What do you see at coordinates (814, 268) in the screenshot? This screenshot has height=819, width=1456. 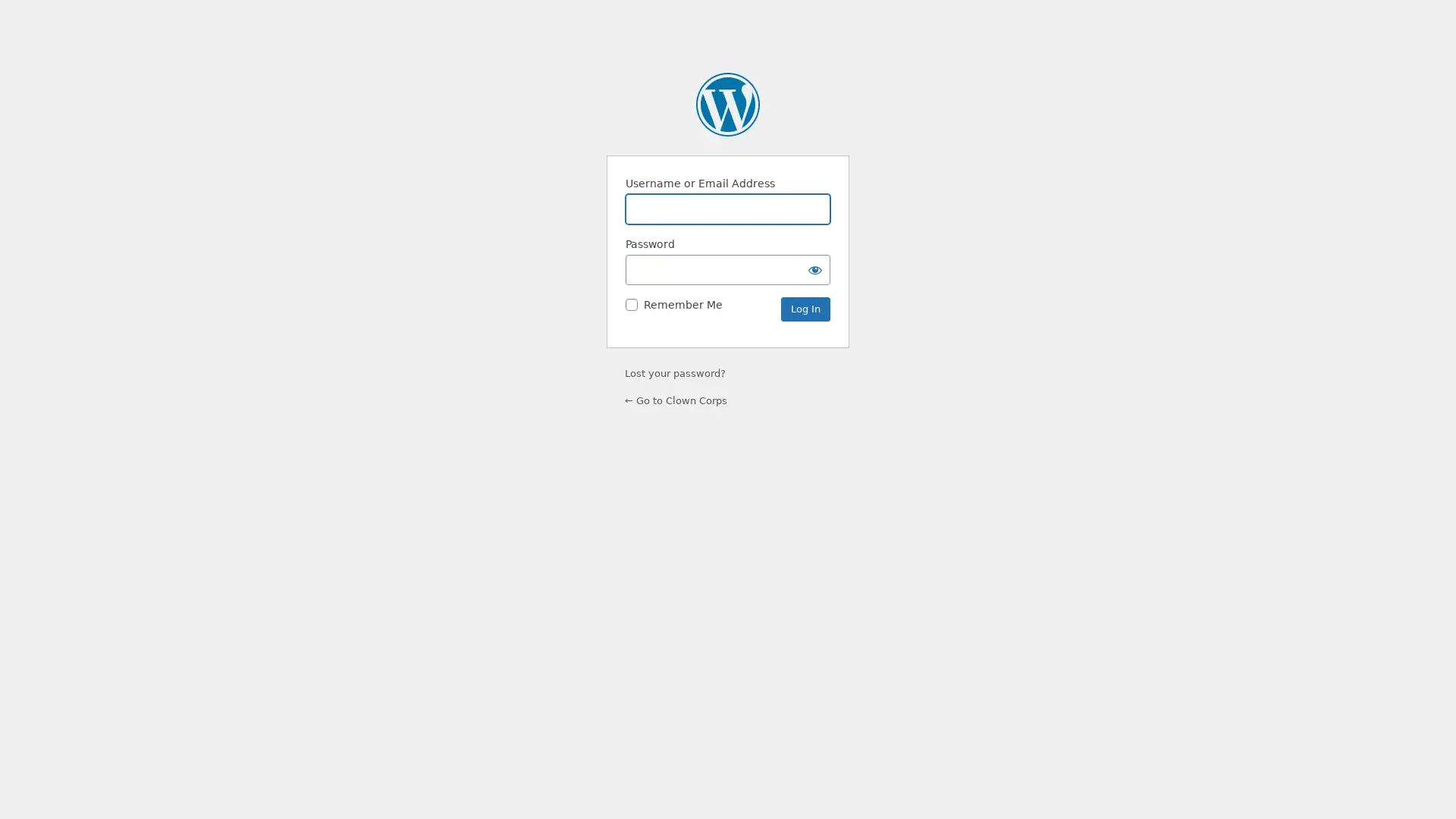 I see `Show password` at bounding box center [814, 268].